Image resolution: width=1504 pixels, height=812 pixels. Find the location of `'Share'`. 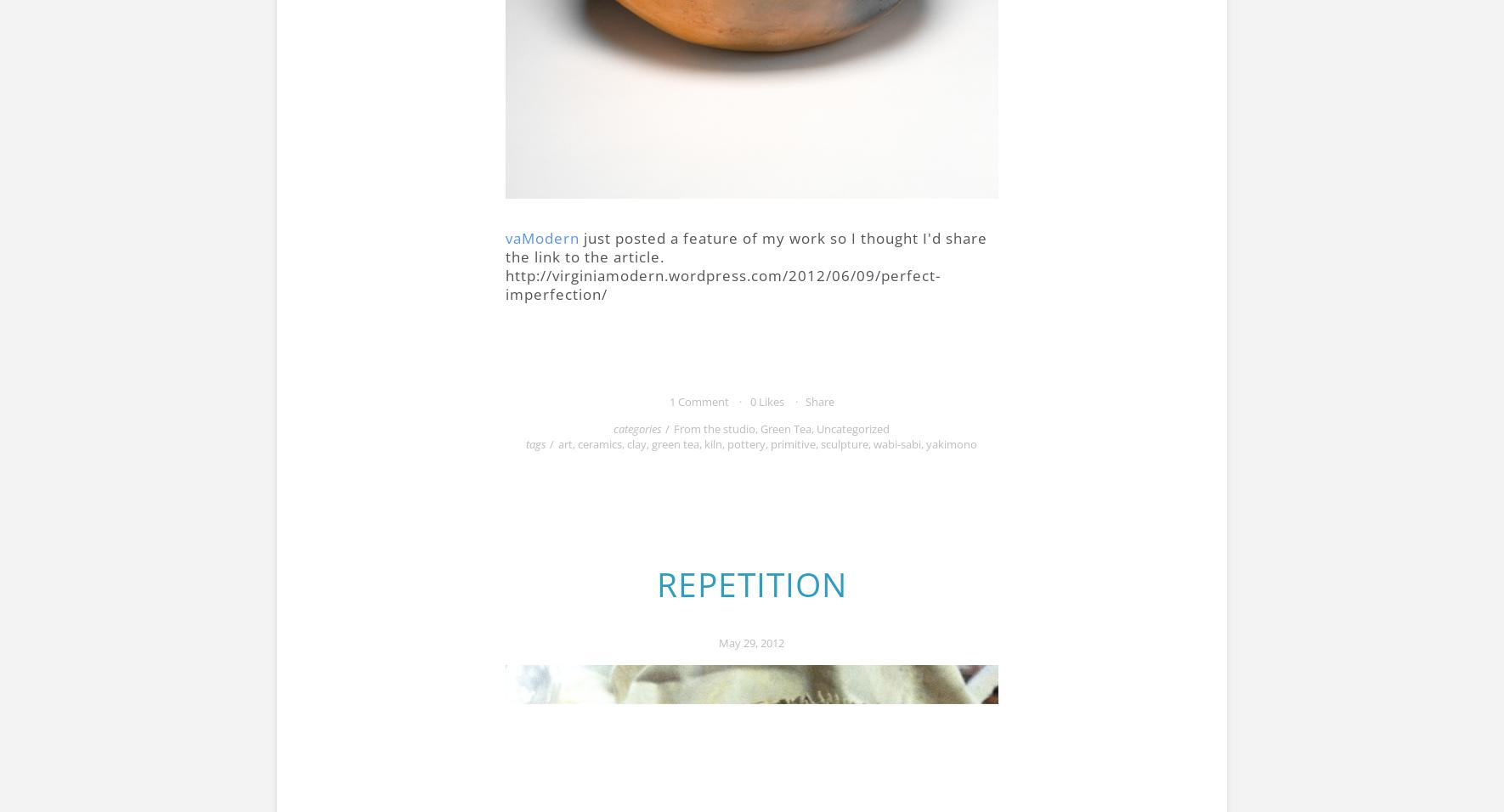

'Share' is located at coordinates (819, 400).